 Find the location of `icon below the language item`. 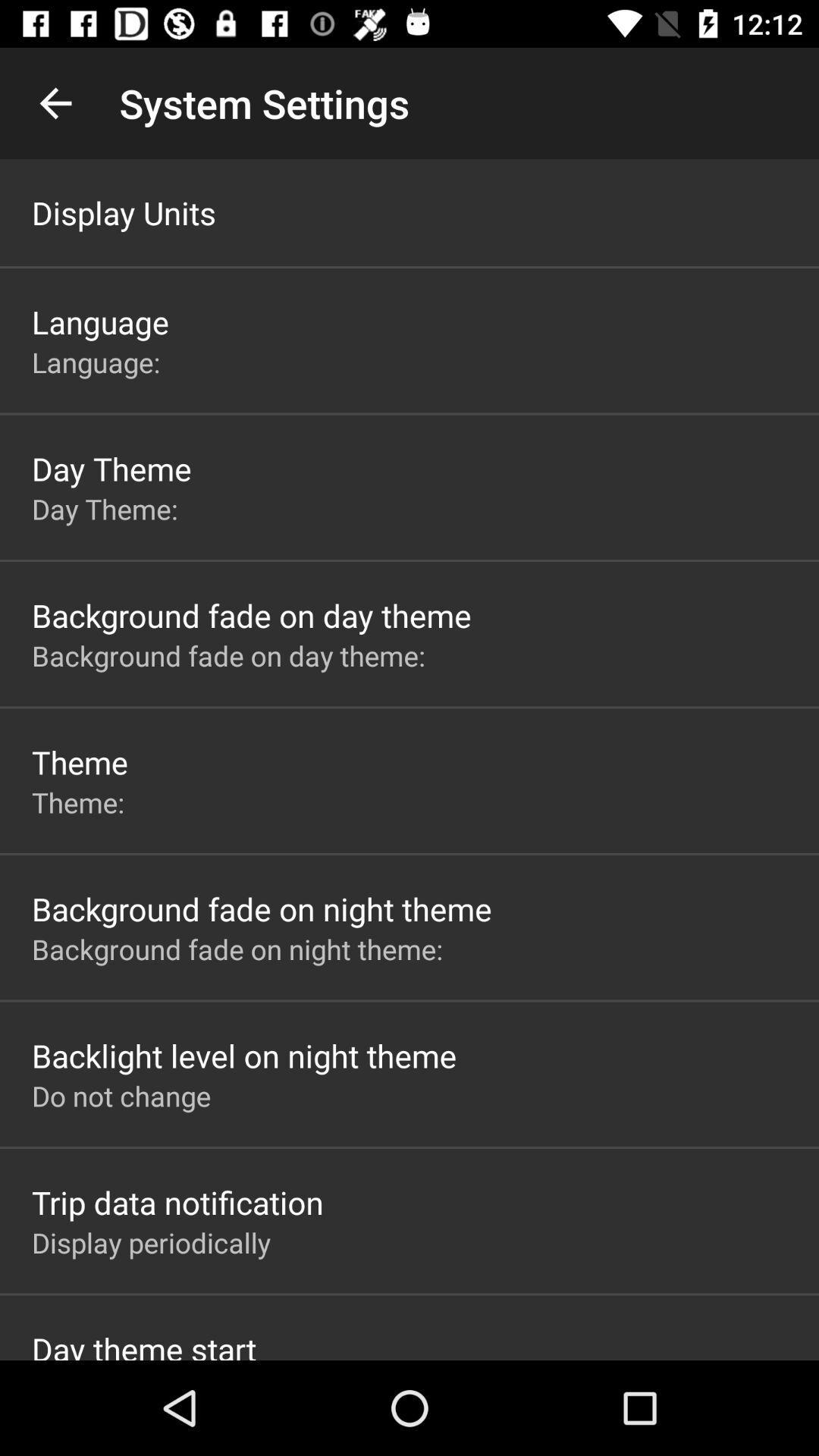

icon below the language item is located at coordinates (99, 361).